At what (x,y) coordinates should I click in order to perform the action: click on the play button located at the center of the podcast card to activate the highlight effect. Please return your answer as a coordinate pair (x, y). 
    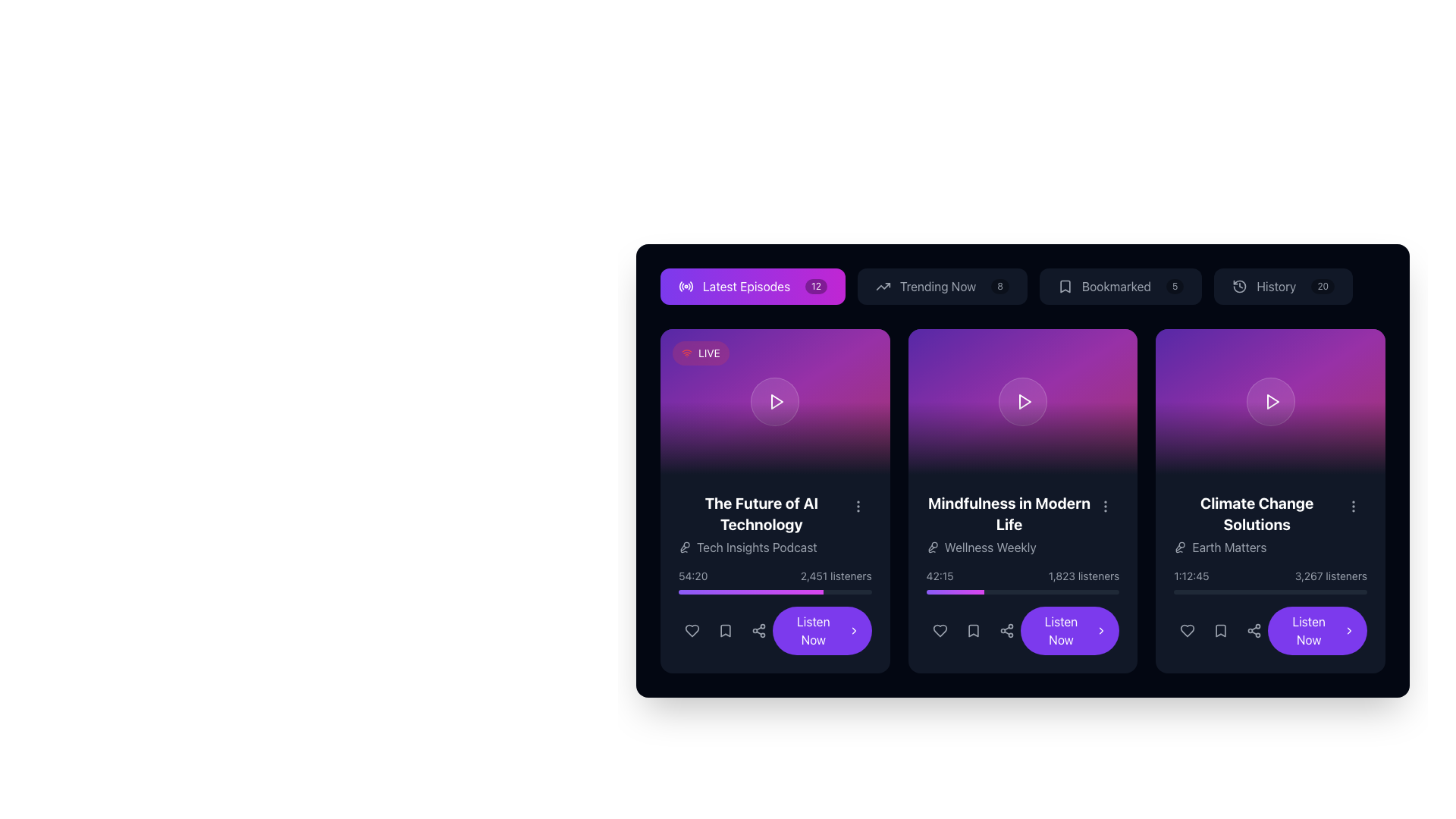
    Looking at the image, I should click on (1270, 400).